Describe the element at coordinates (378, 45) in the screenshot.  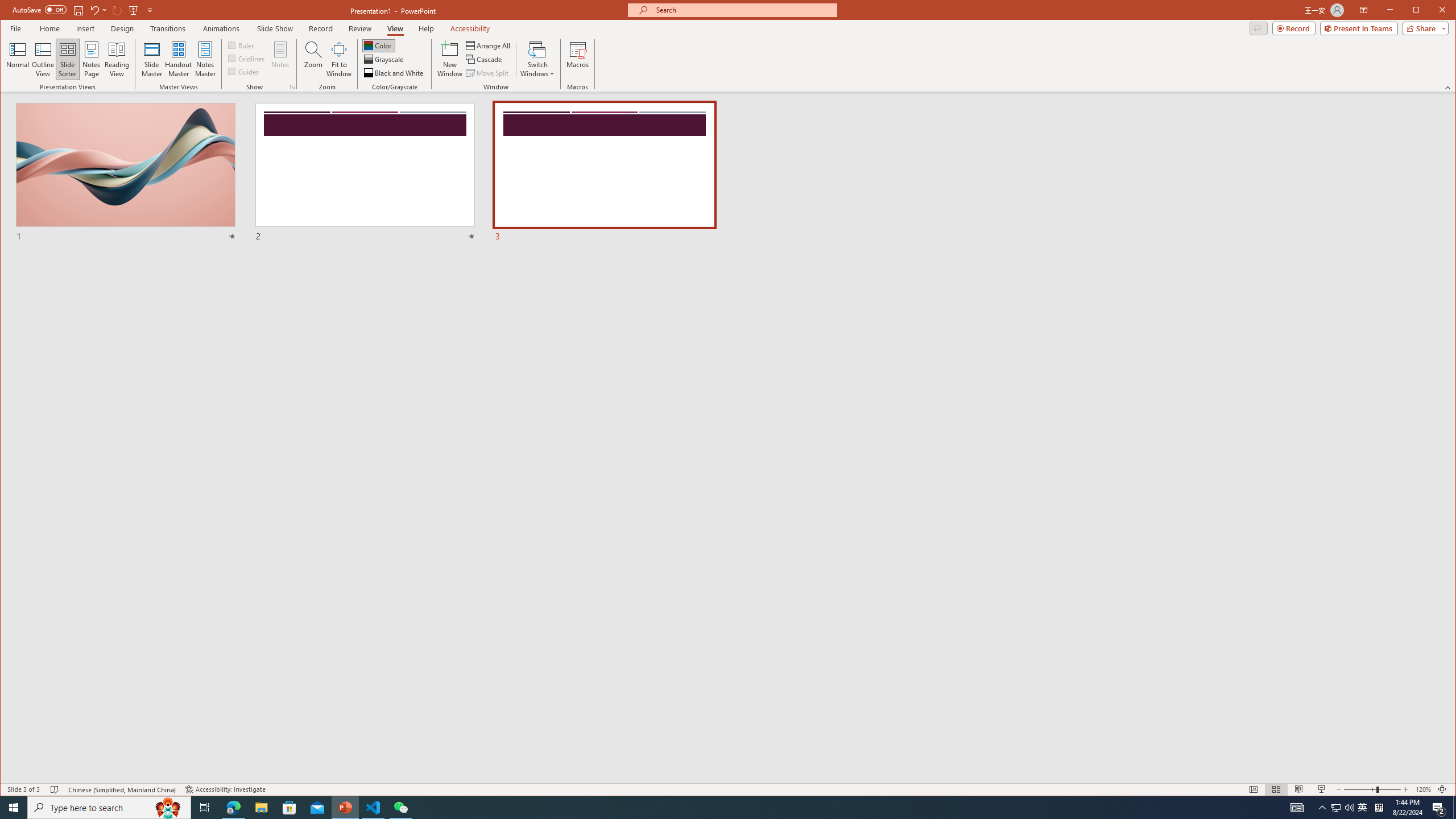
I see `'Color'` at that location.